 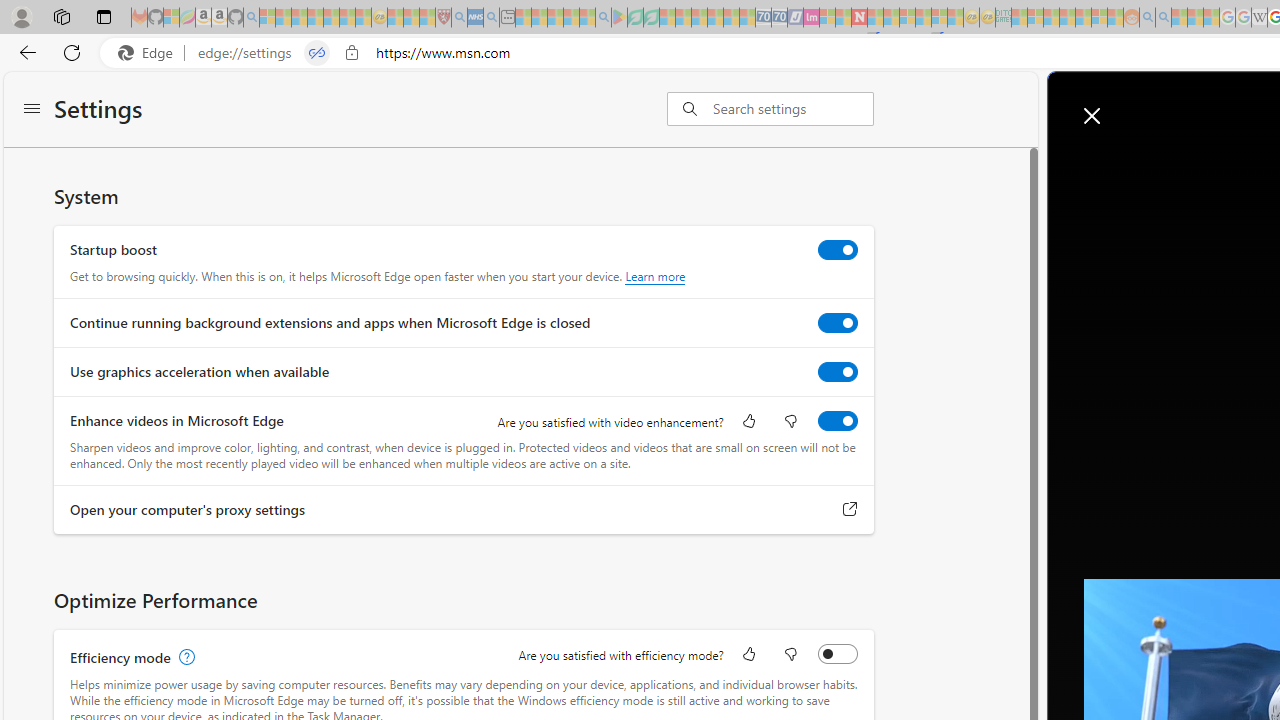 What do you see at coordinates (298, 17) in the screenshot?
I see `'The Weather Channel - MSN - Sleeping'` at bounding box center [298, 17].